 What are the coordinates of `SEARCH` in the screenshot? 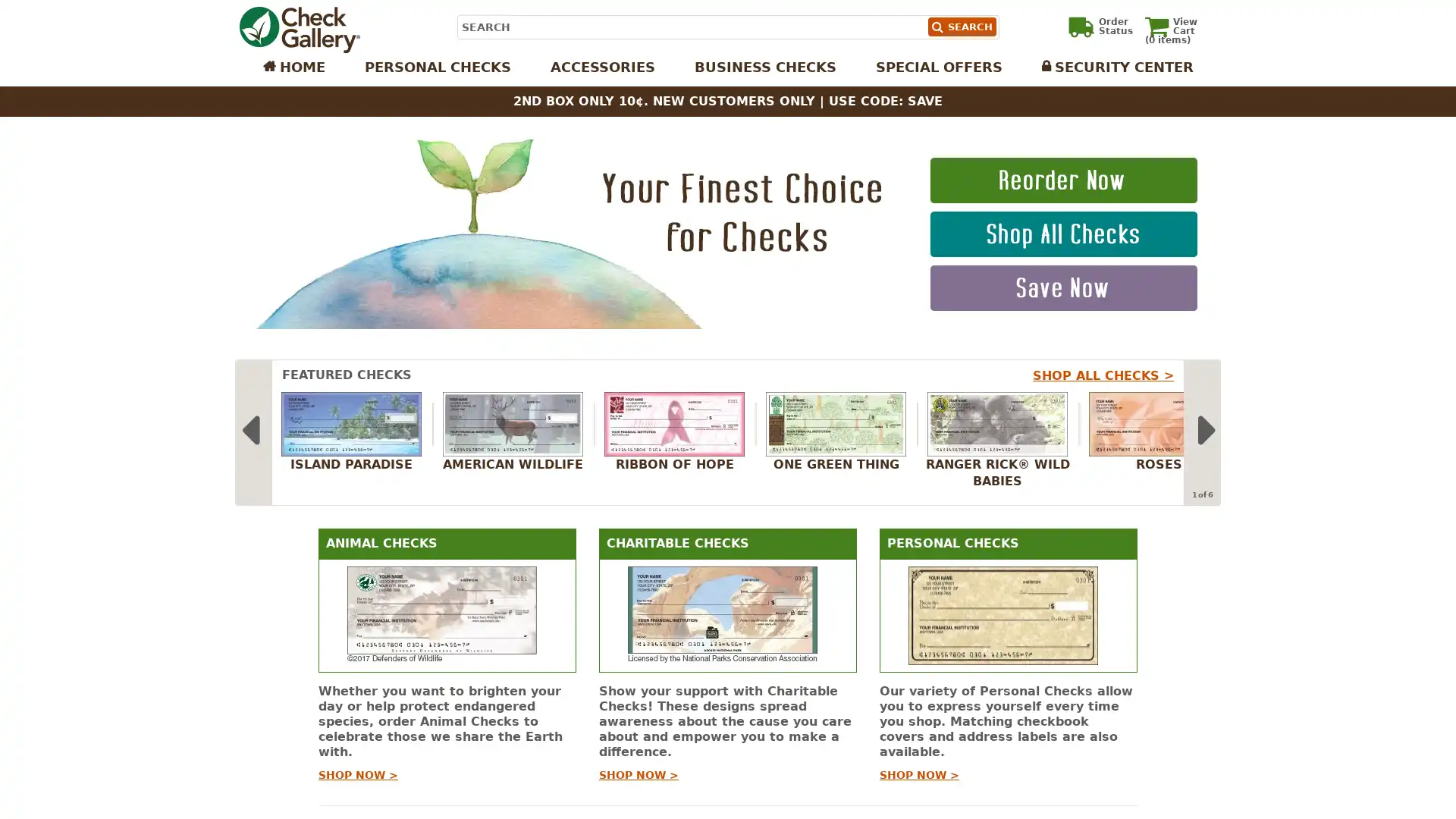 It's located at (960, 27).